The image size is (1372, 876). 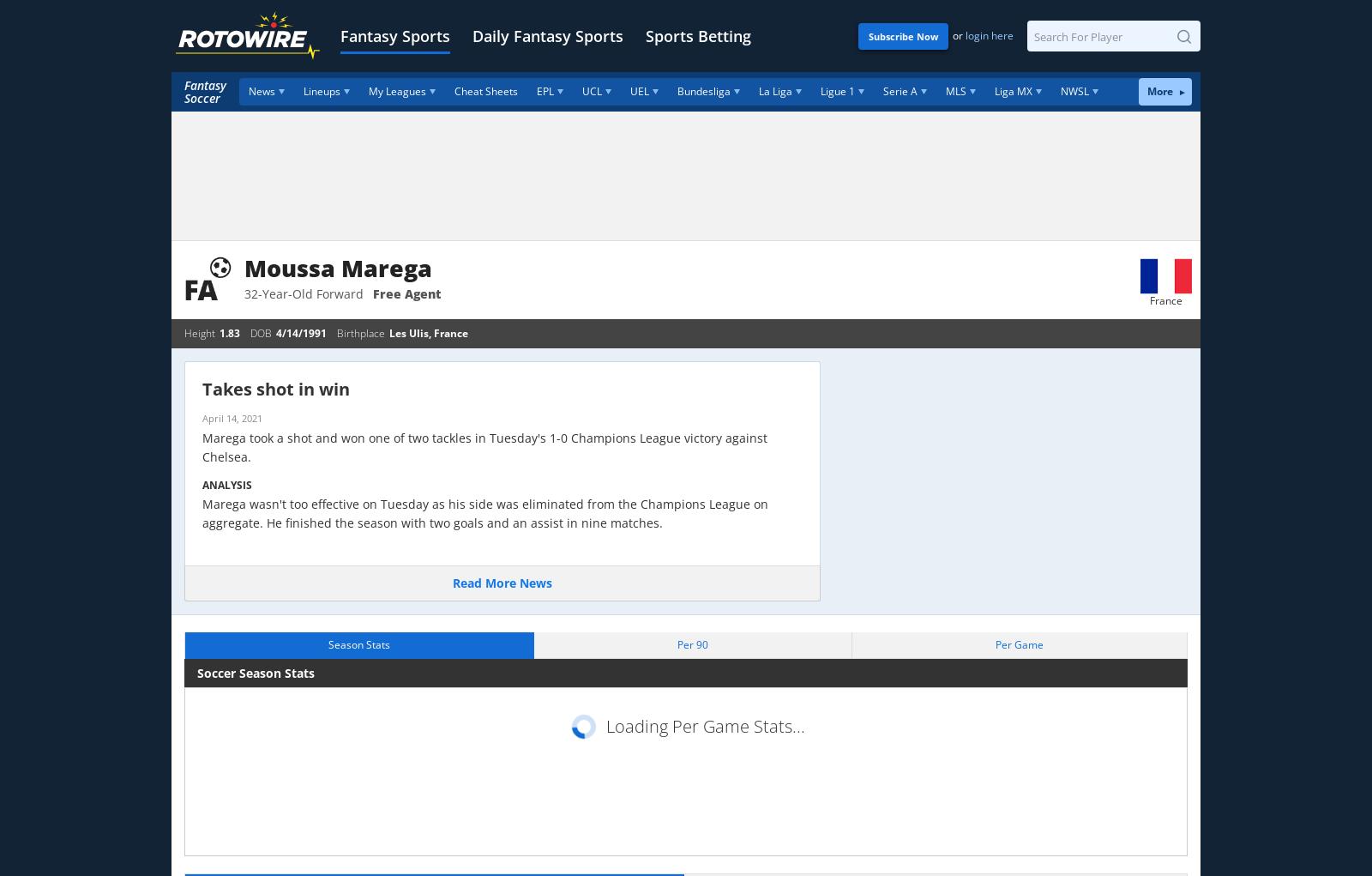 What do you see at coordinates (262, 90) in the screenshot?
I see `'News'` at bounding box center [262, 90].